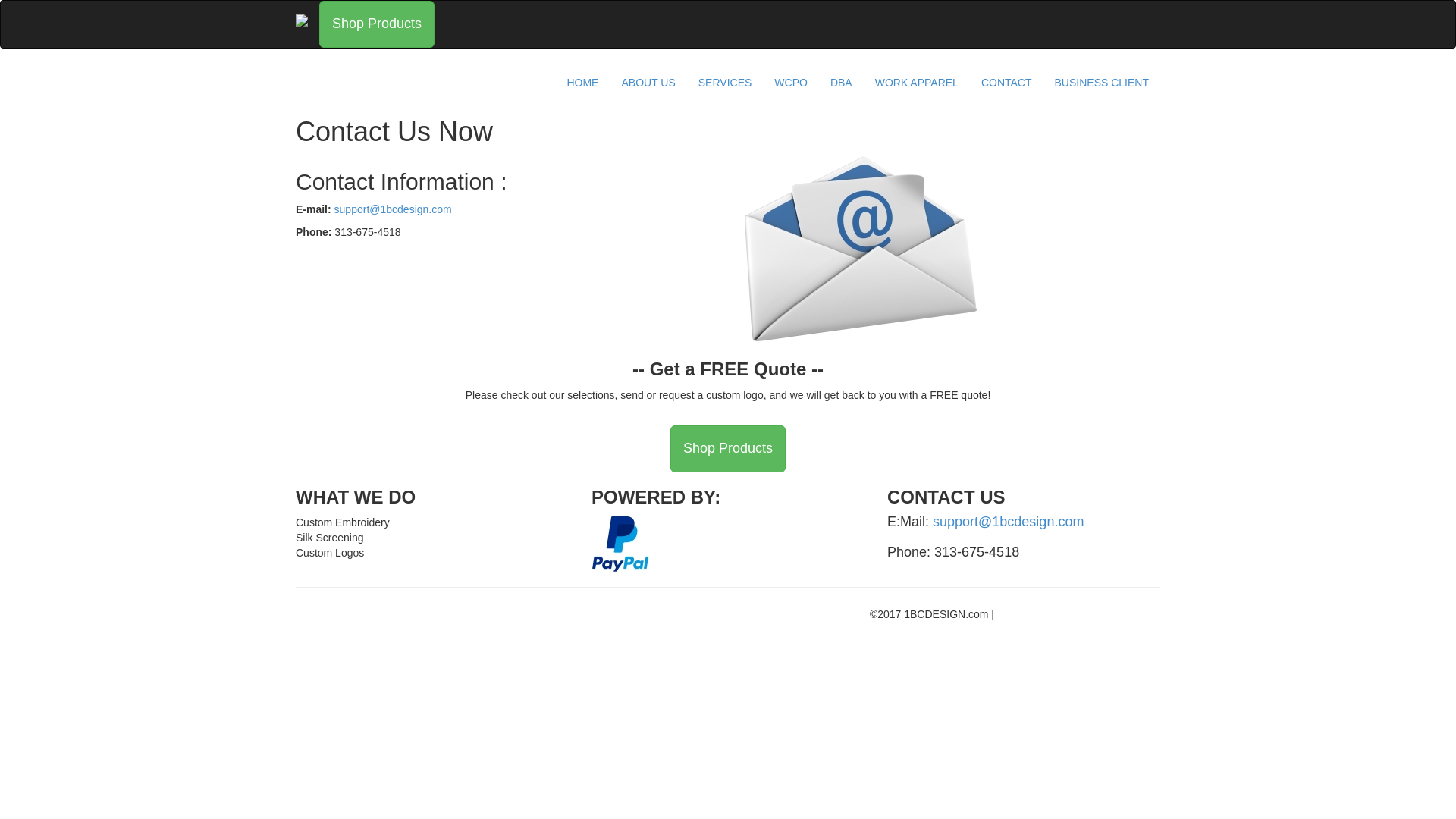 The height and width of the screenshot is (819, 1456). I want to click on 'Shop Products', so click(377, 24).